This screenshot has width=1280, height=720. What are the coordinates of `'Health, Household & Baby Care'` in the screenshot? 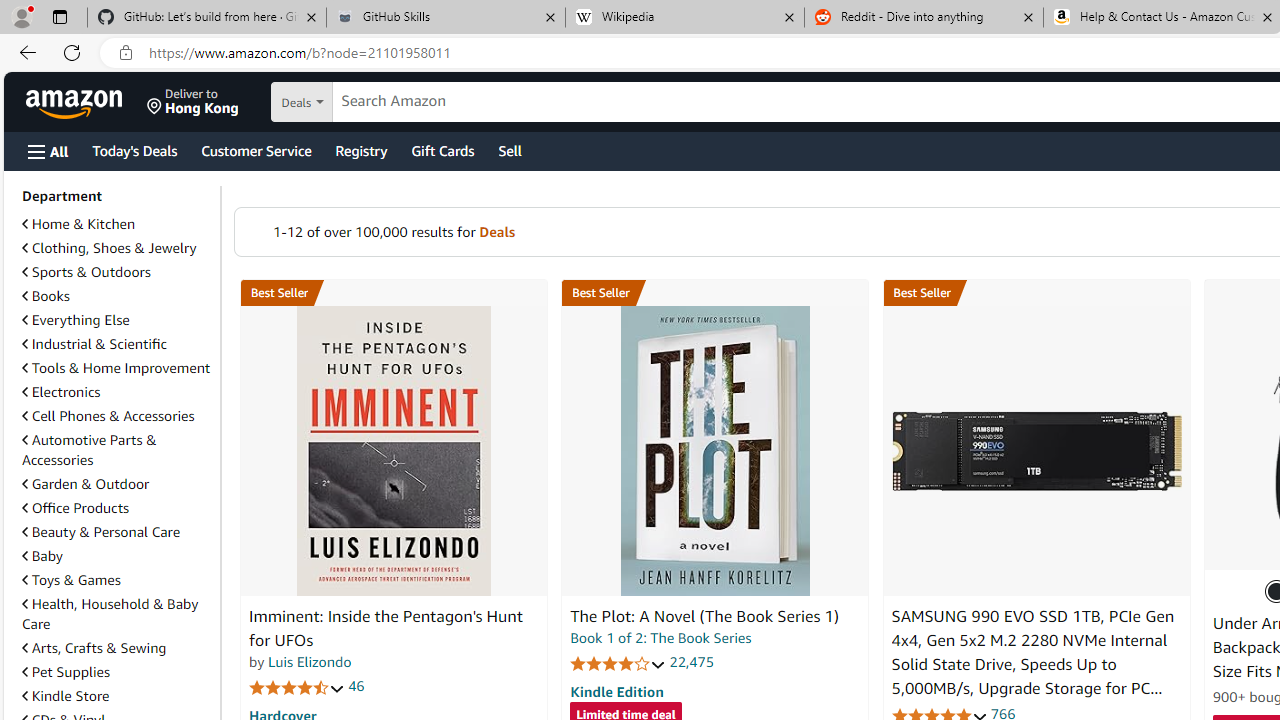 It's located at (109, 612).